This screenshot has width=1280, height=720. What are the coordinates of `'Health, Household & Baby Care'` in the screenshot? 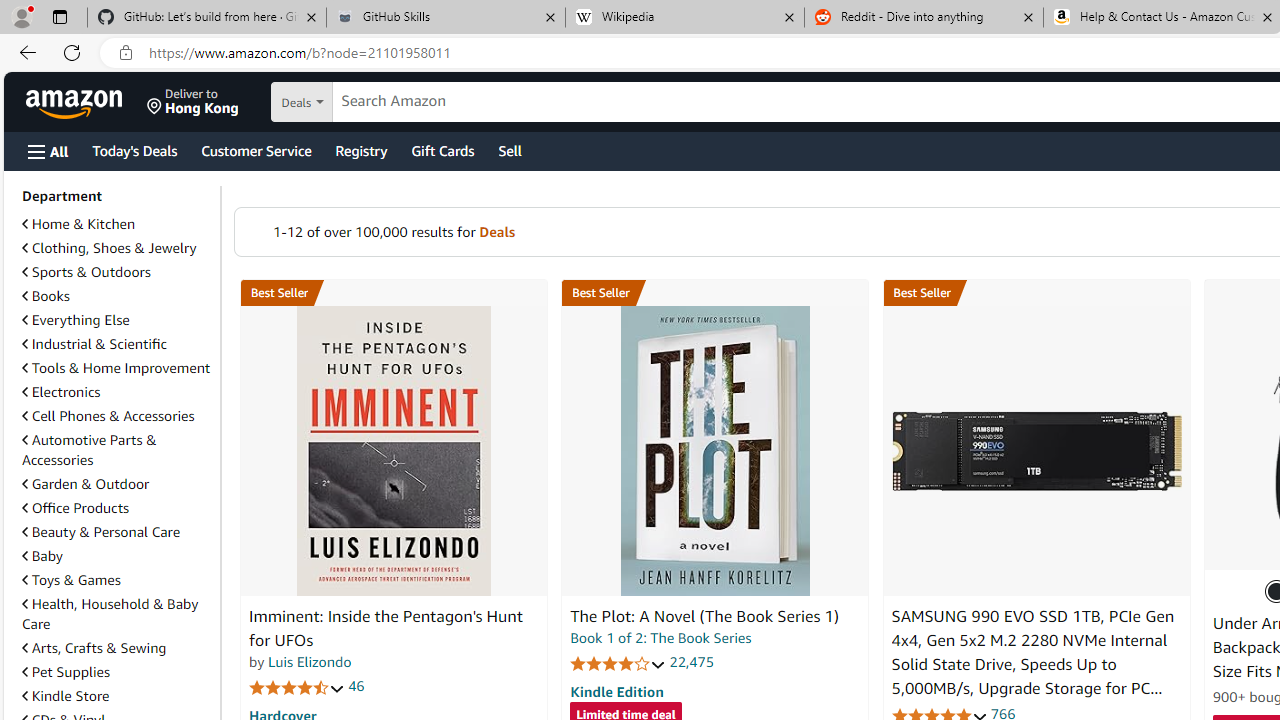 It's located at (109, 612).